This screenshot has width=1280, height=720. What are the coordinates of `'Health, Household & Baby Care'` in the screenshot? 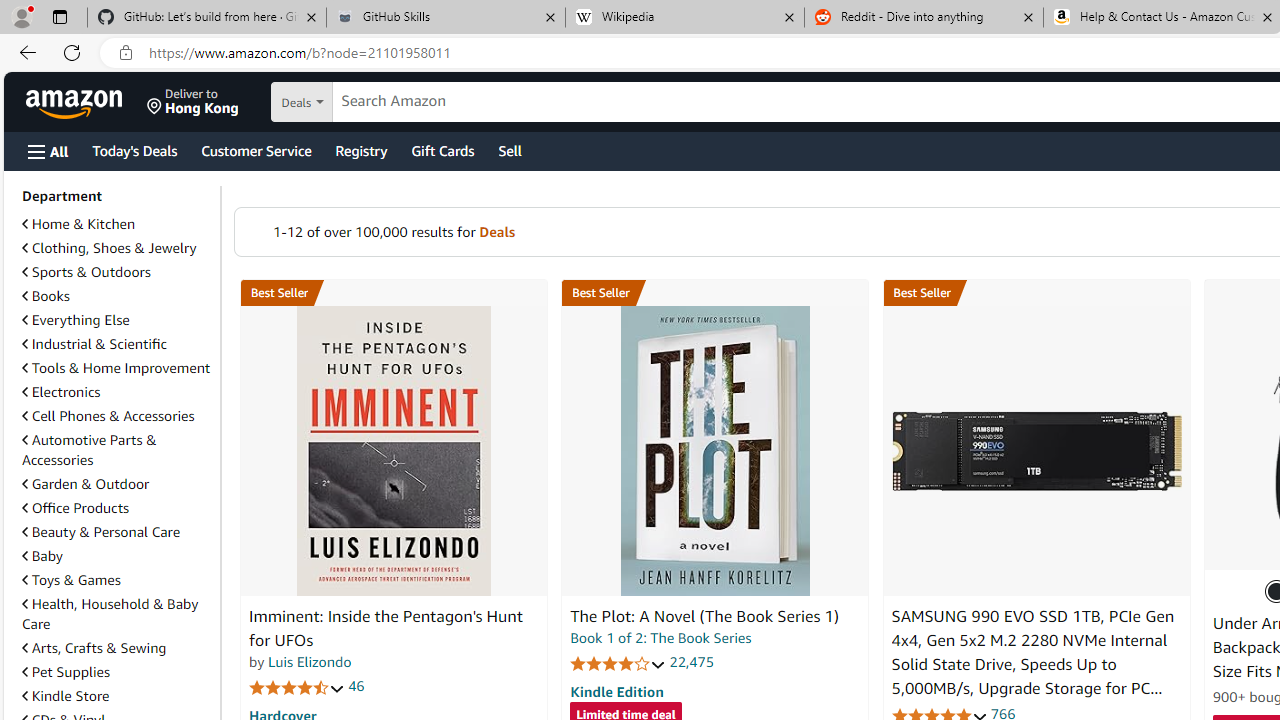 It's located at (109, 612).